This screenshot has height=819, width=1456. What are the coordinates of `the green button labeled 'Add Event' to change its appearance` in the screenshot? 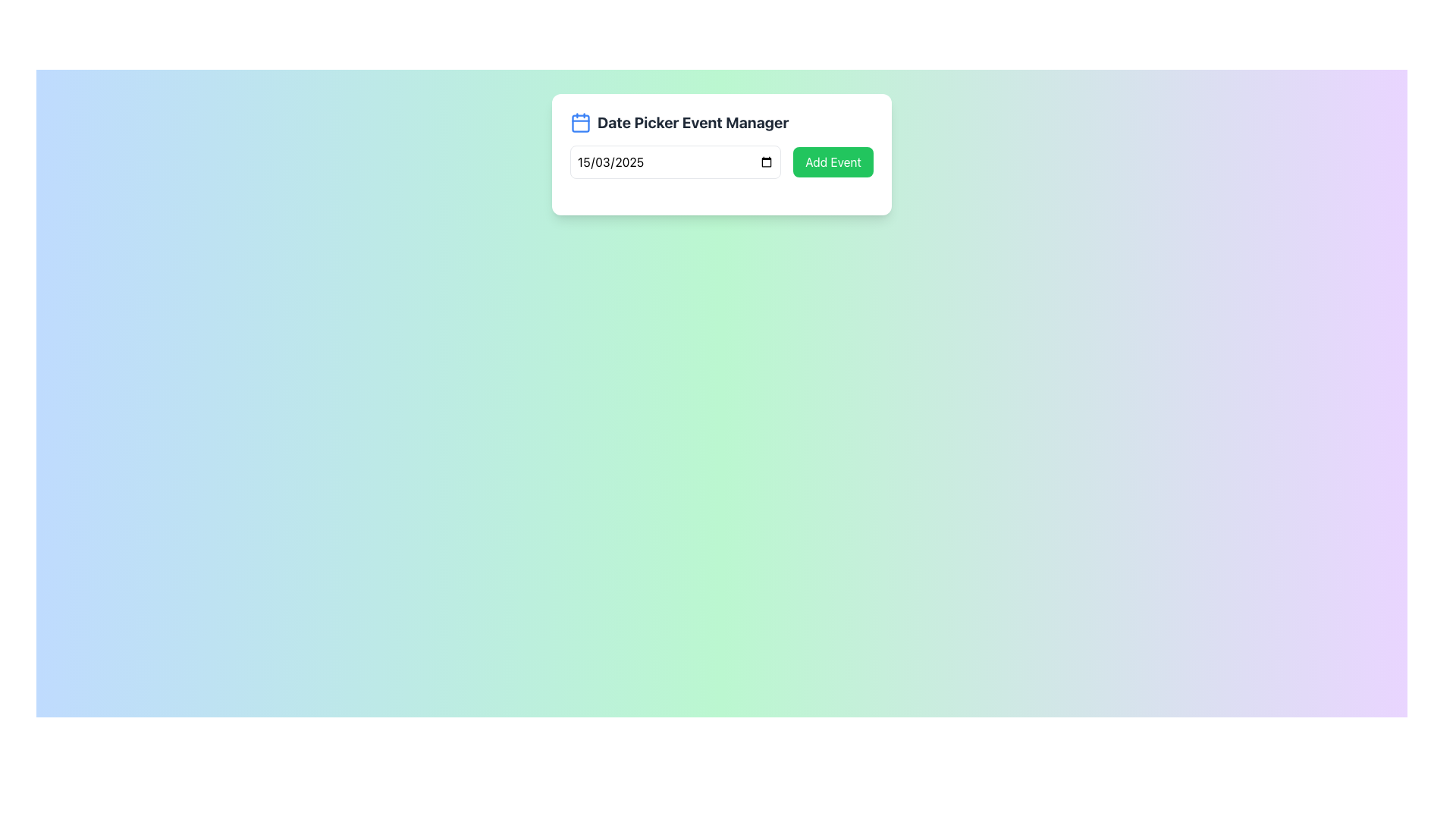 It's located at (833, 162).